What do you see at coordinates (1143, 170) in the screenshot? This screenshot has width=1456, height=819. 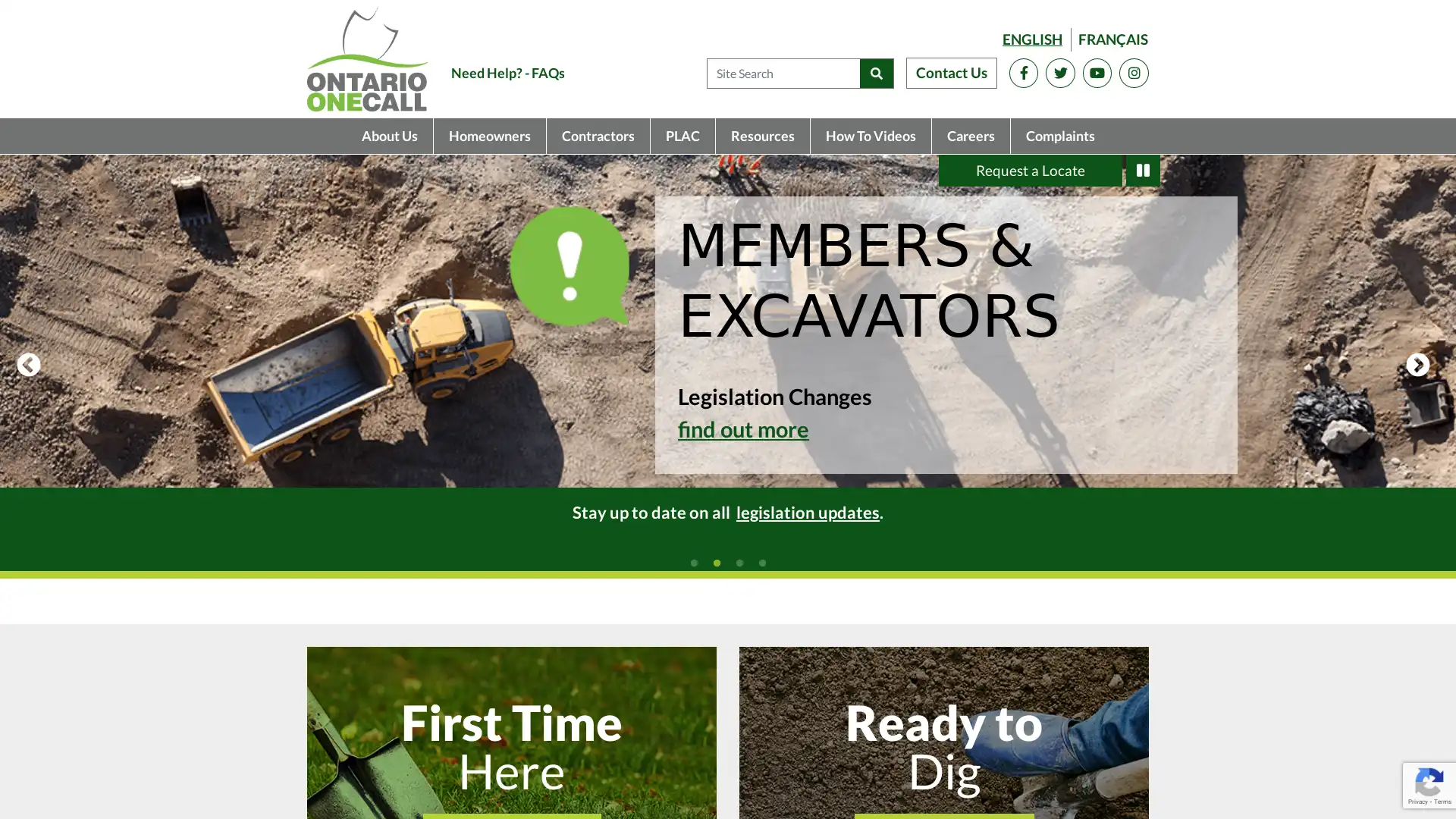 I see `Pause playback` at bounding box center [1143, 170].